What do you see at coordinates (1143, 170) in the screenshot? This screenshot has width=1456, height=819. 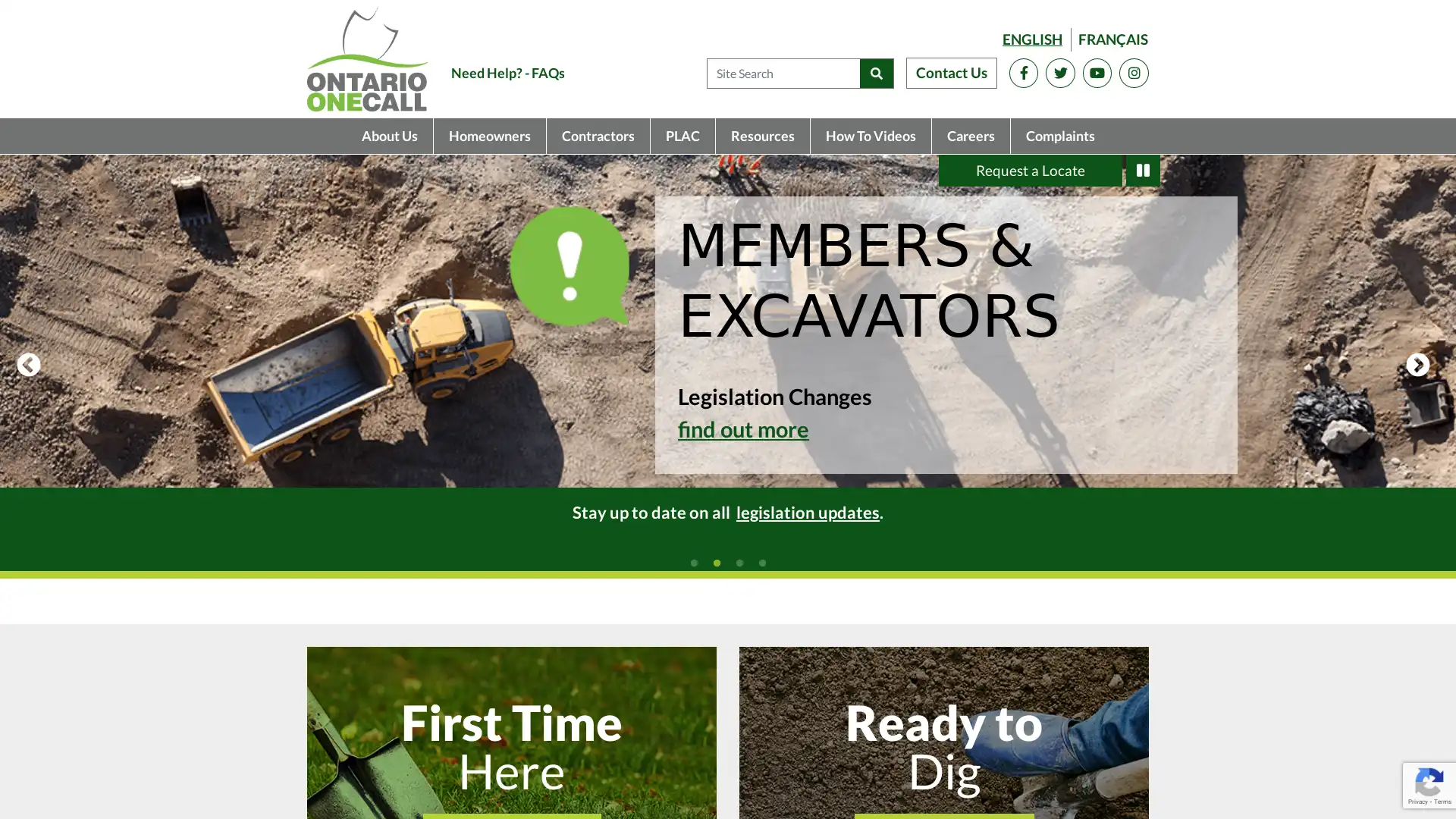 I see `Pause playback` at bounding box center [1143, 170].